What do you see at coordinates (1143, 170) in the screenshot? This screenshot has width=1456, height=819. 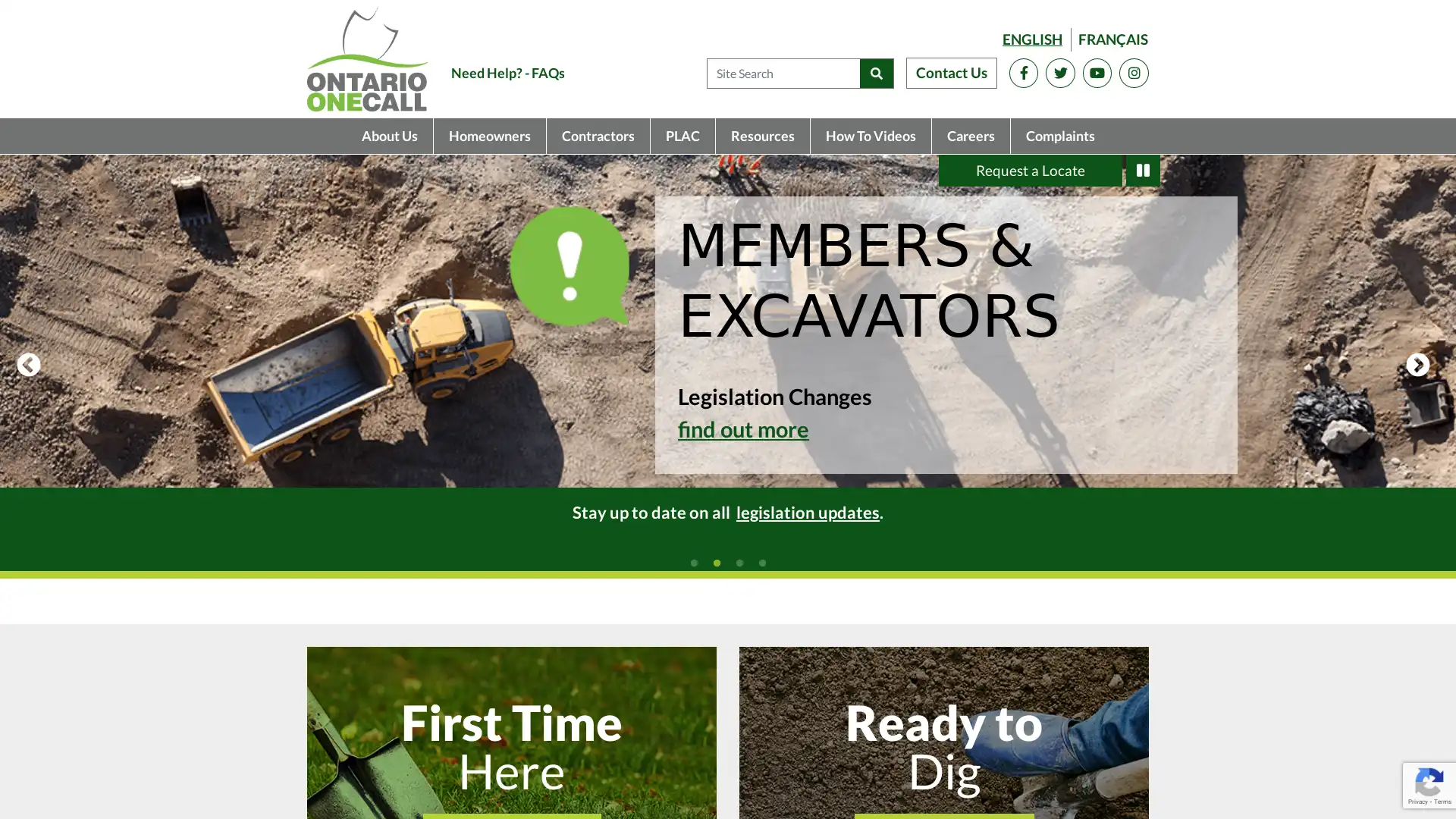 I see `Pause playback` at bounding box center [1143, 170].